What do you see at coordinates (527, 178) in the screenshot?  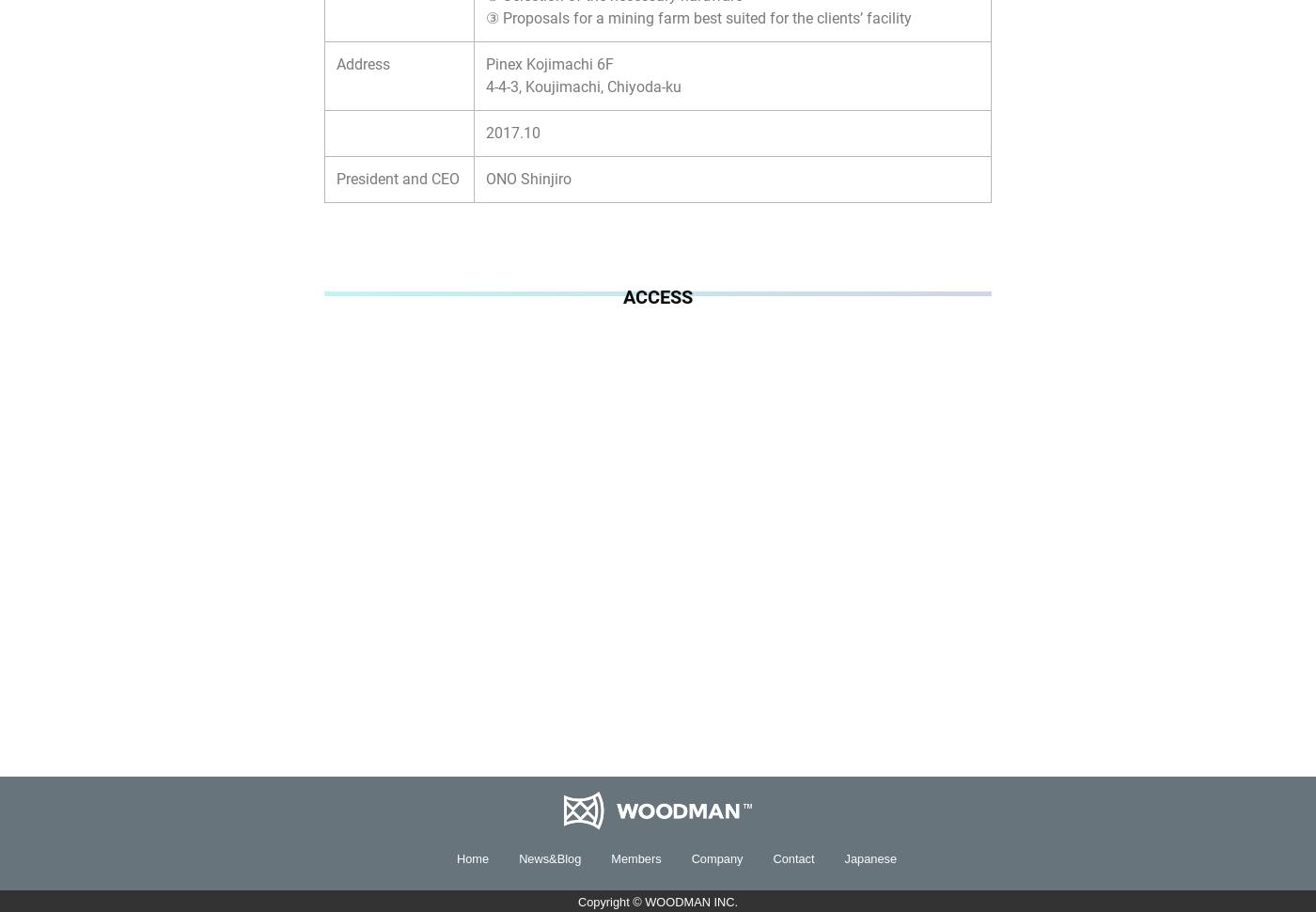 I see `'ONO Shinjiro'` at bounding box center [527, 178].